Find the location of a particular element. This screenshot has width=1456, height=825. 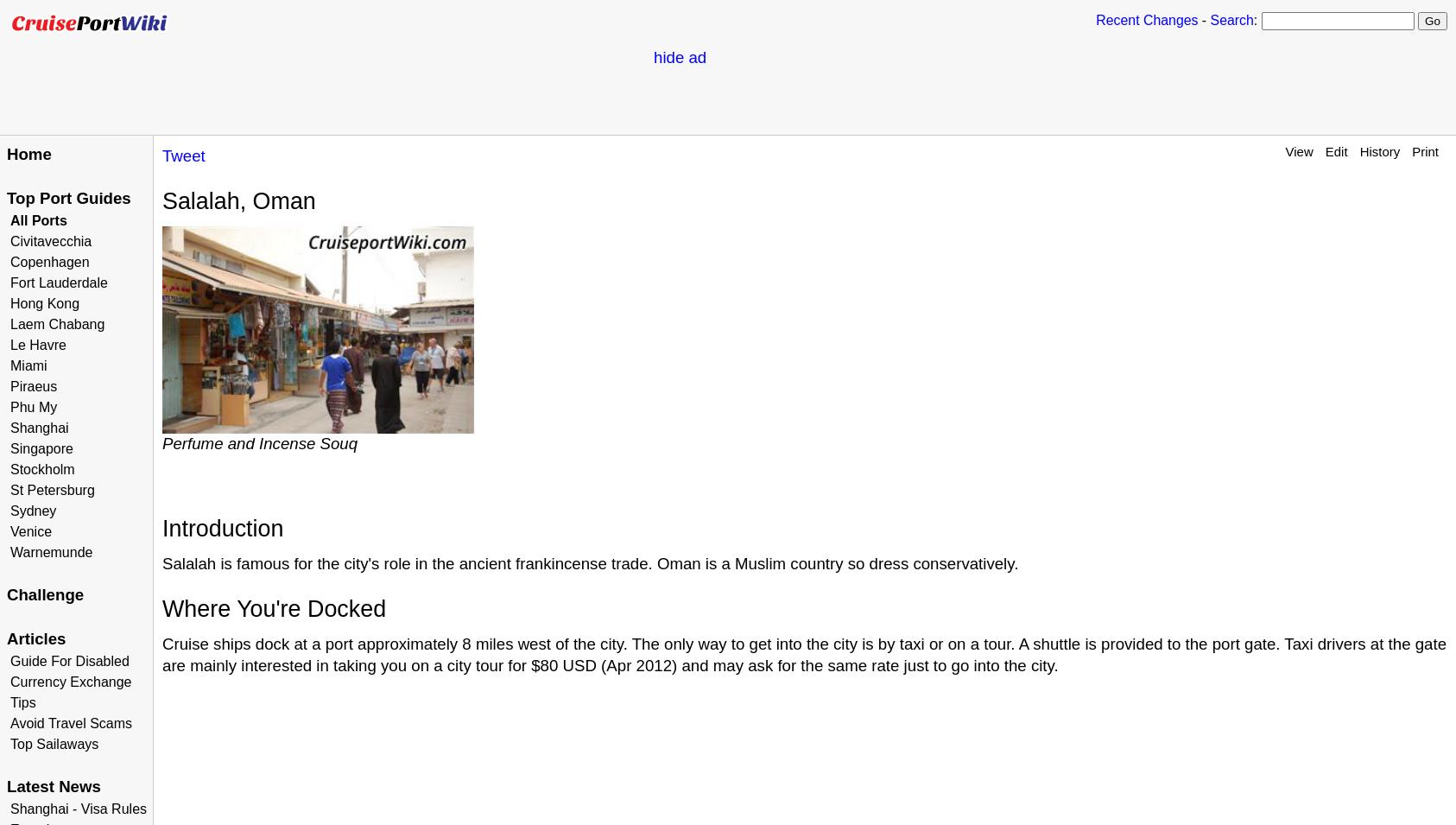

'Edit' is located at coordinates (1323, 151).